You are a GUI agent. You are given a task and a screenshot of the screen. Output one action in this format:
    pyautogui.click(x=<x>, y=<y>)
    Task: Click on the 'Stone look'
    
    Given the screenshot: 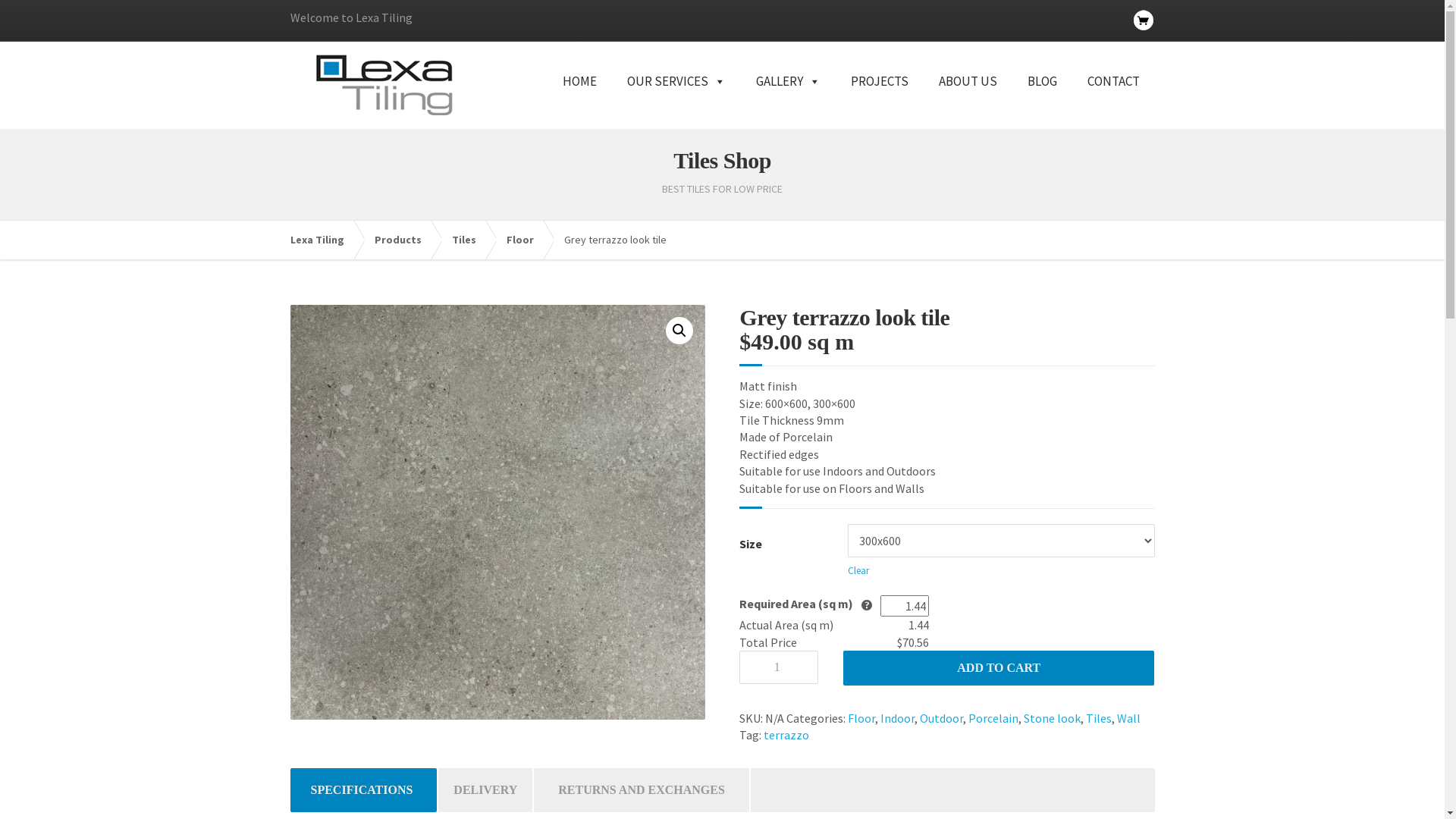 What is the action you would take?
    pyautogui.click(x=1023, y=717)
    